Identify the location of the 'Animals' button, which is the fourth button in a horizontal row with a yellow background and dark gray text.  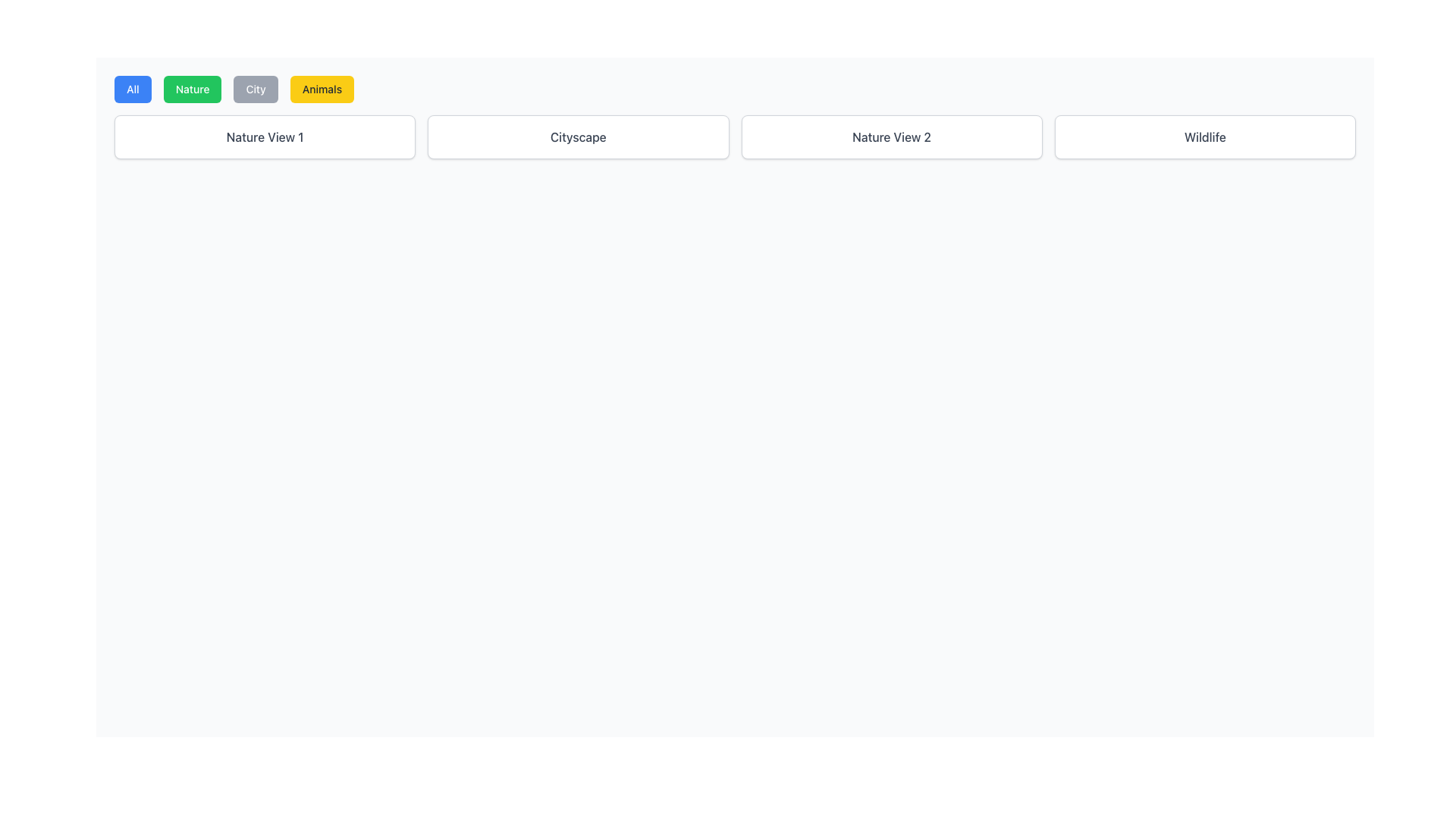
(321, 89).